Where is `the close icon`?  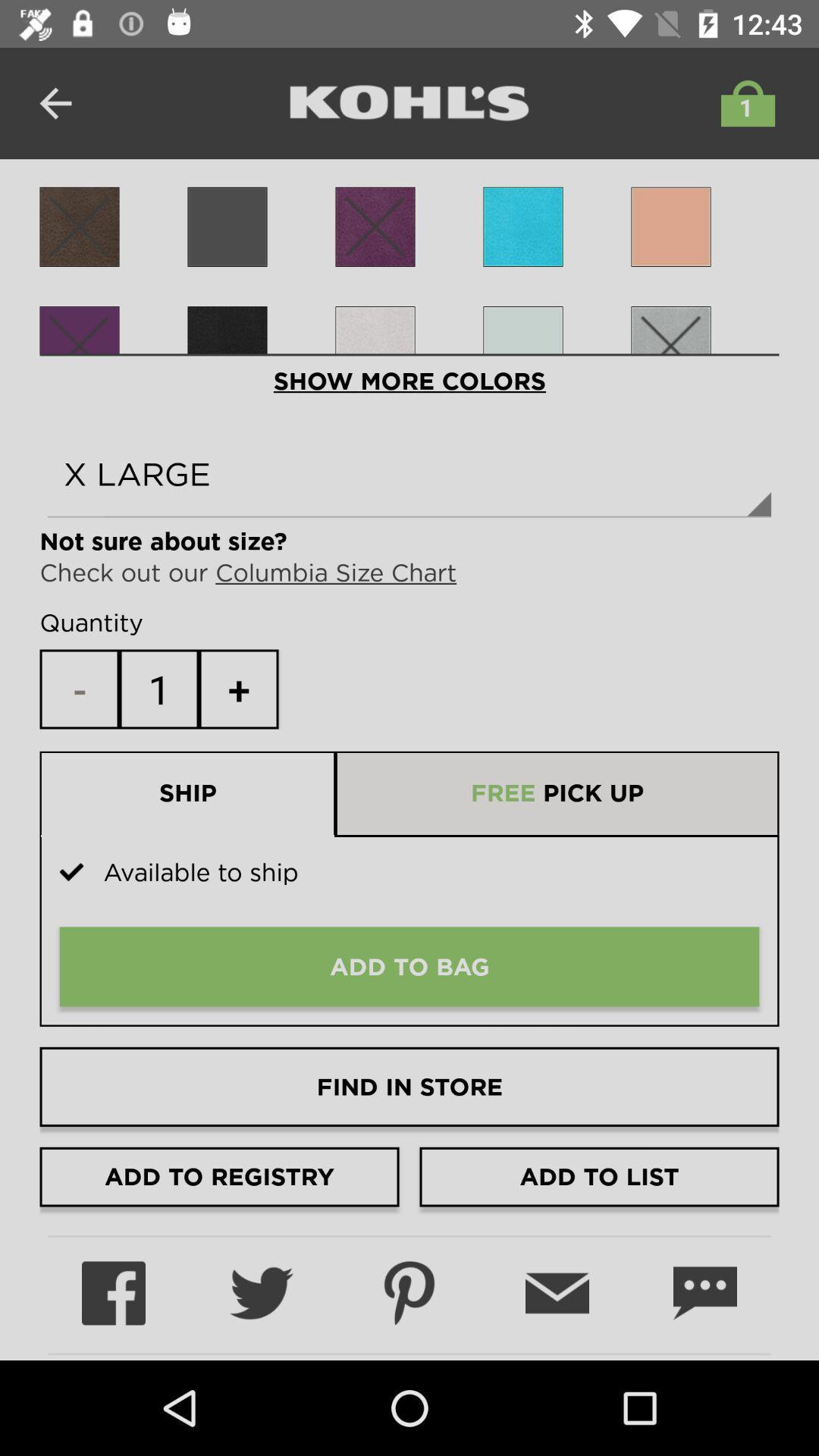
the close icon is located at coordinates (375, 226).